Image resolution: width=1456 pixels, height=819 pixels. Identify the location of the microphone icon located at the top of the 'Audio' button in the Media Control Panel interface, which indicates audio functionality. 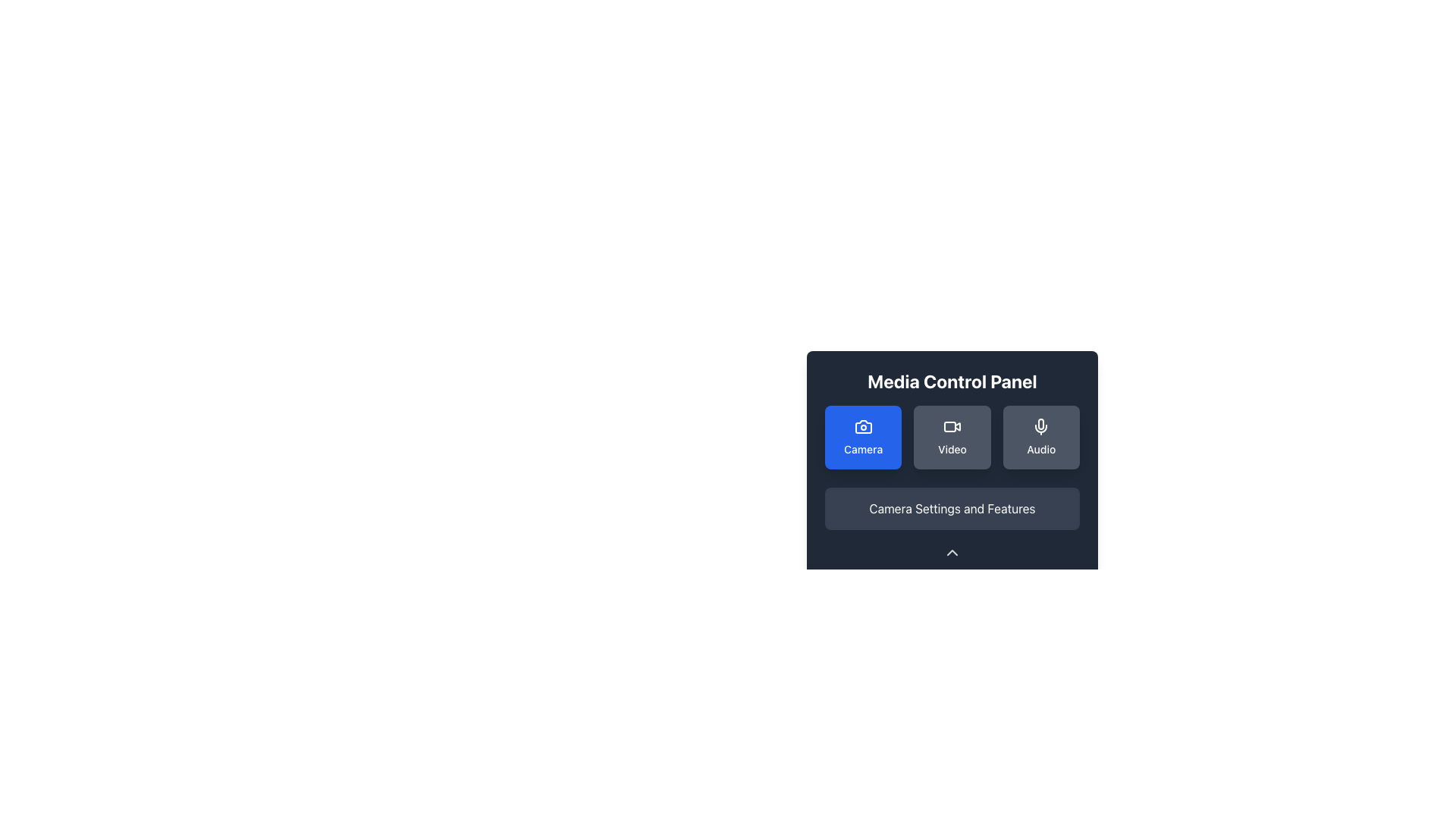
(1040, 427).